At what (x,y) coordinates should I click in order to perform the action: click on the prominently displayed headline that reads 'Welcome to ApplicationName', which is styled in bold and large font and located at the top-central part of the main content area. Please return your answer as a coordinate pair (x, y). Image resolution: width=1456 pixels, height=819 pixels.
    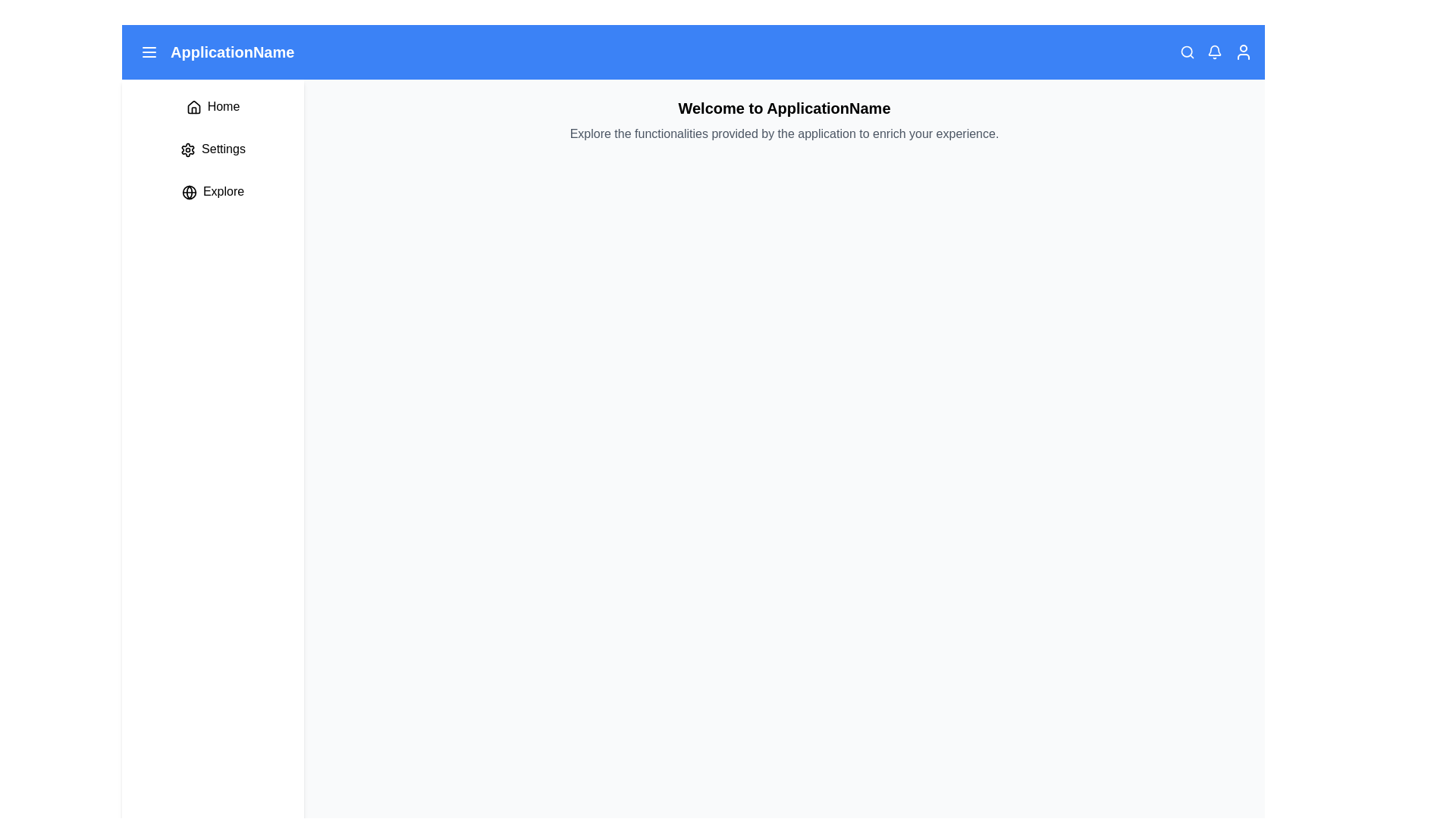
    Looking at the image, I should click on (784, 107).